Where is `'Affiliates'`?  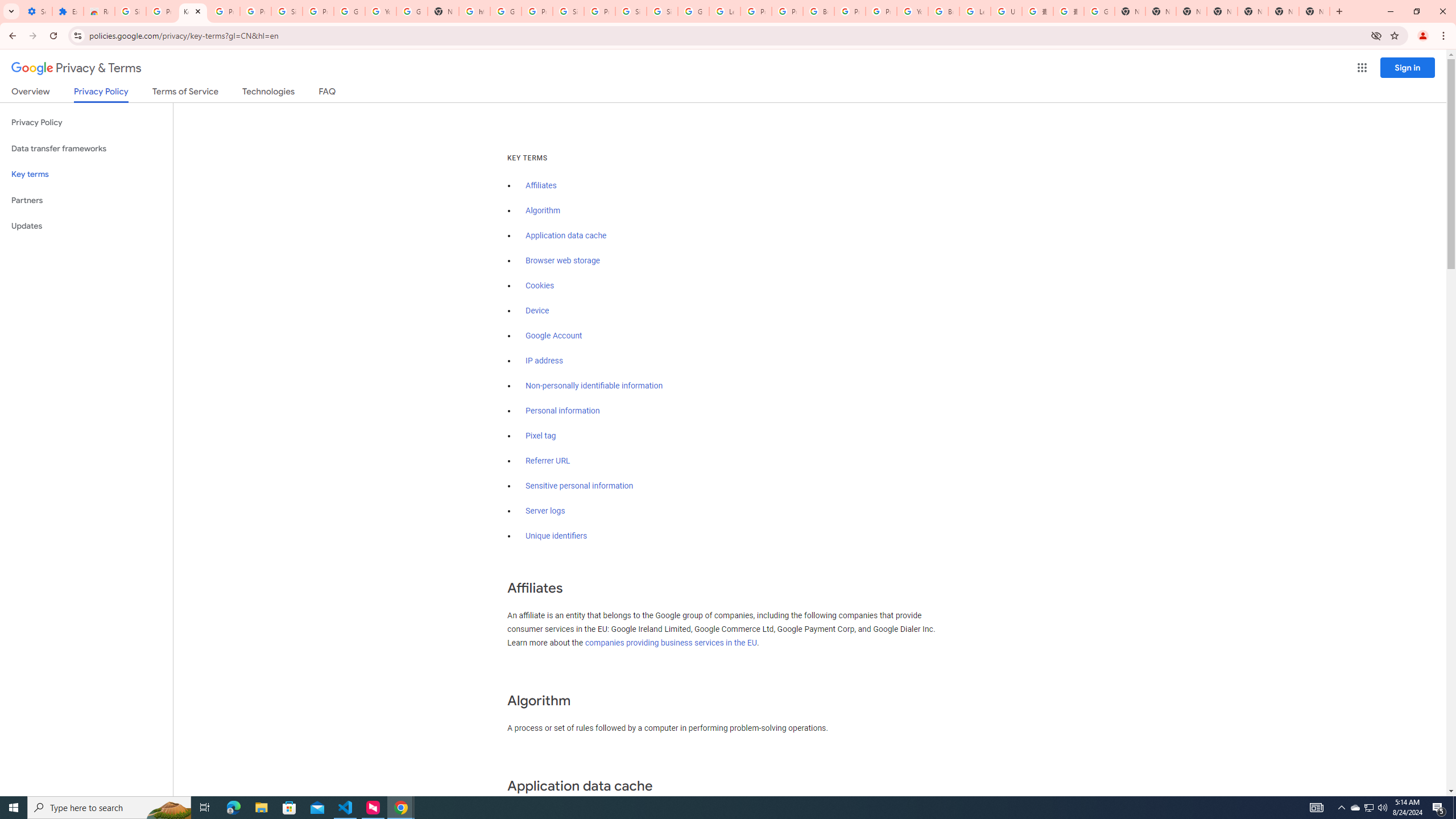
'Affiliates' is located at coordinates (540, 185).